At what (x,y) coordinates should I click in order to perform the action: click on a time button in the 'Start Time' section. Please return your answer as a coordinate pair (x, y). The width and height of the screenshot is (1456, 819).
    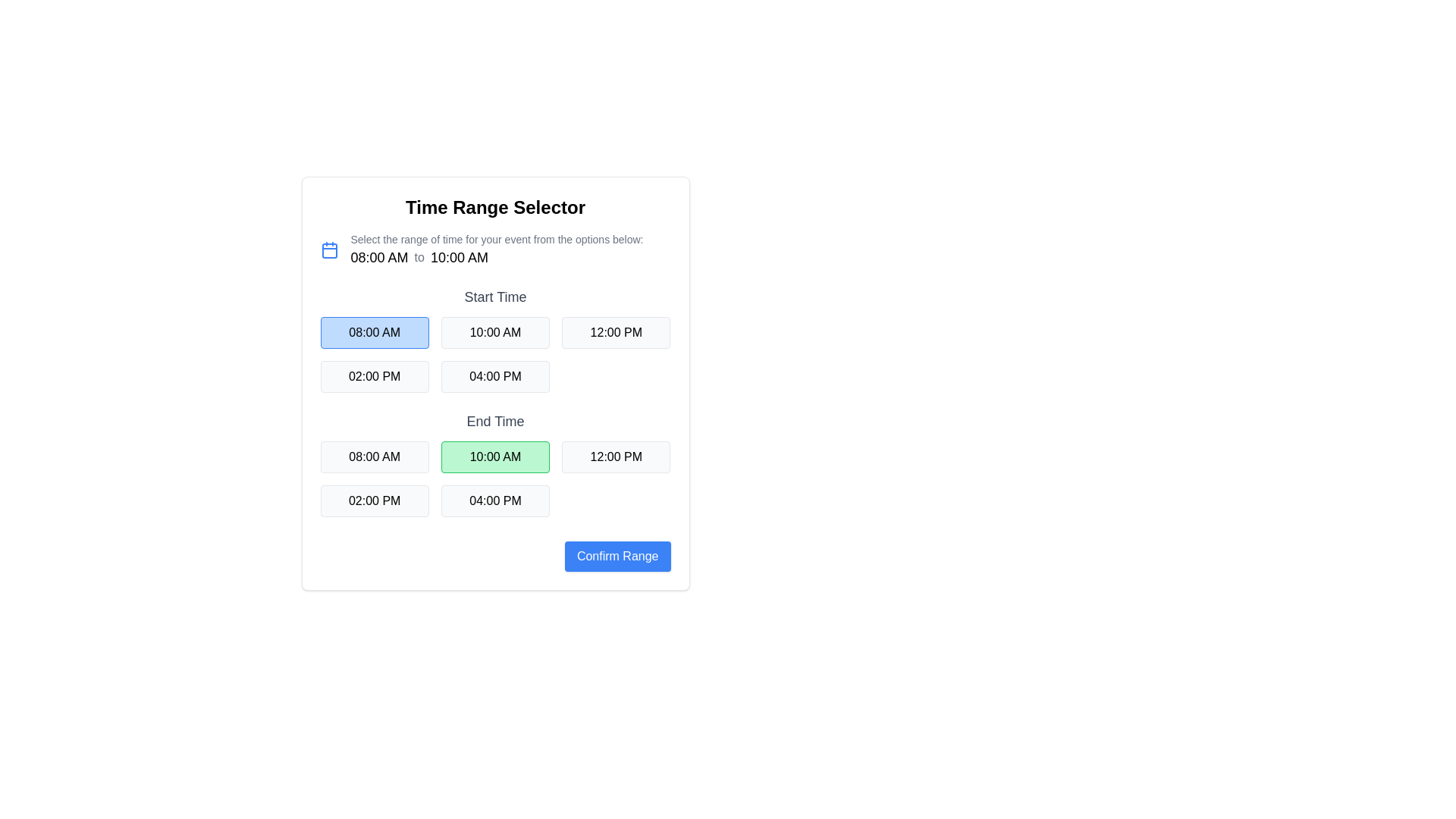
    Looking at the image, I should click on (495, 354).